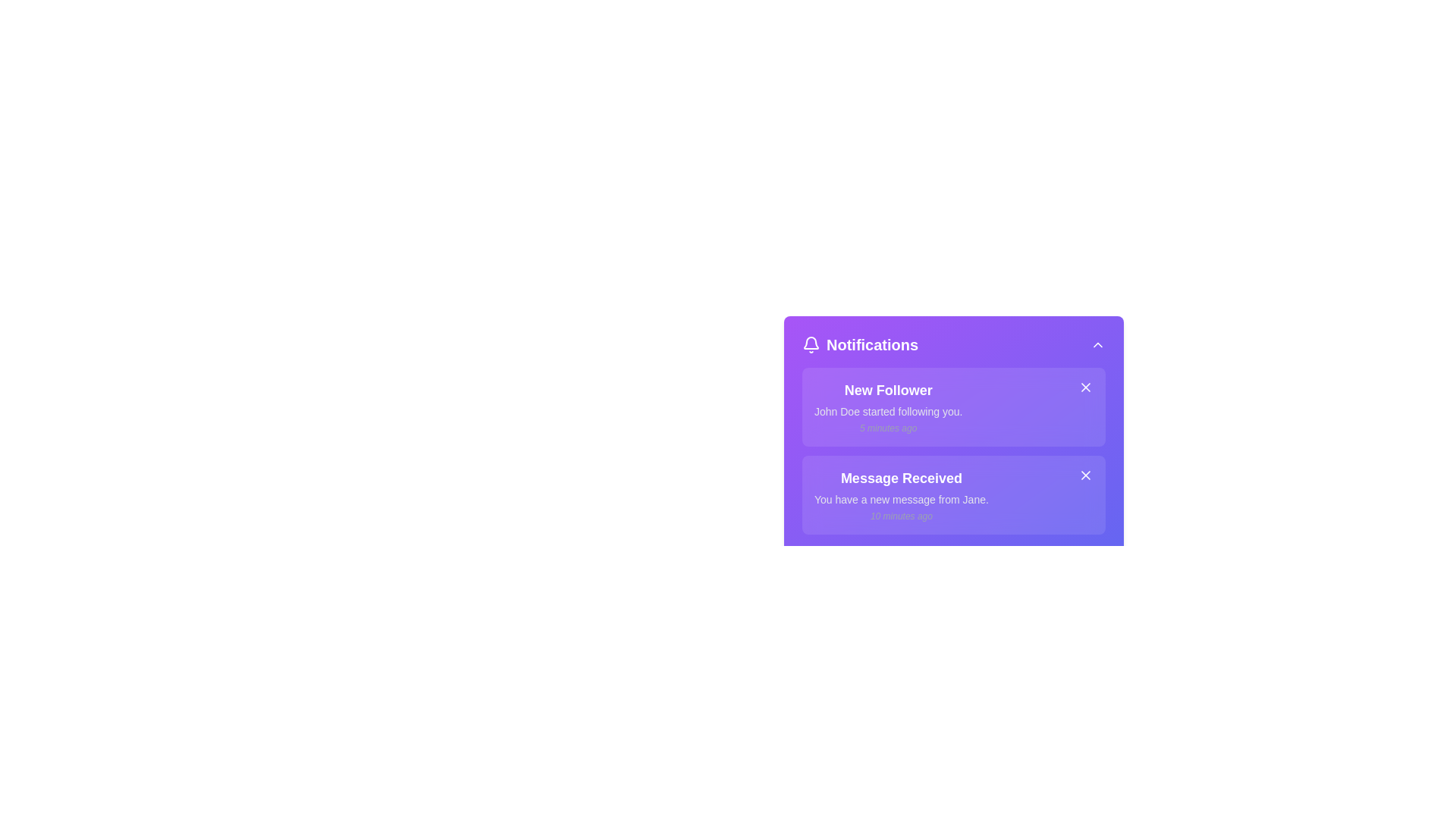 The height and width of the screenshot is (819, 1456). Describe the element at coordinates (888, 390) in the screenshot. I see `the 'New Follower' text label displayed in bold white font within the purple notification card` at that location.